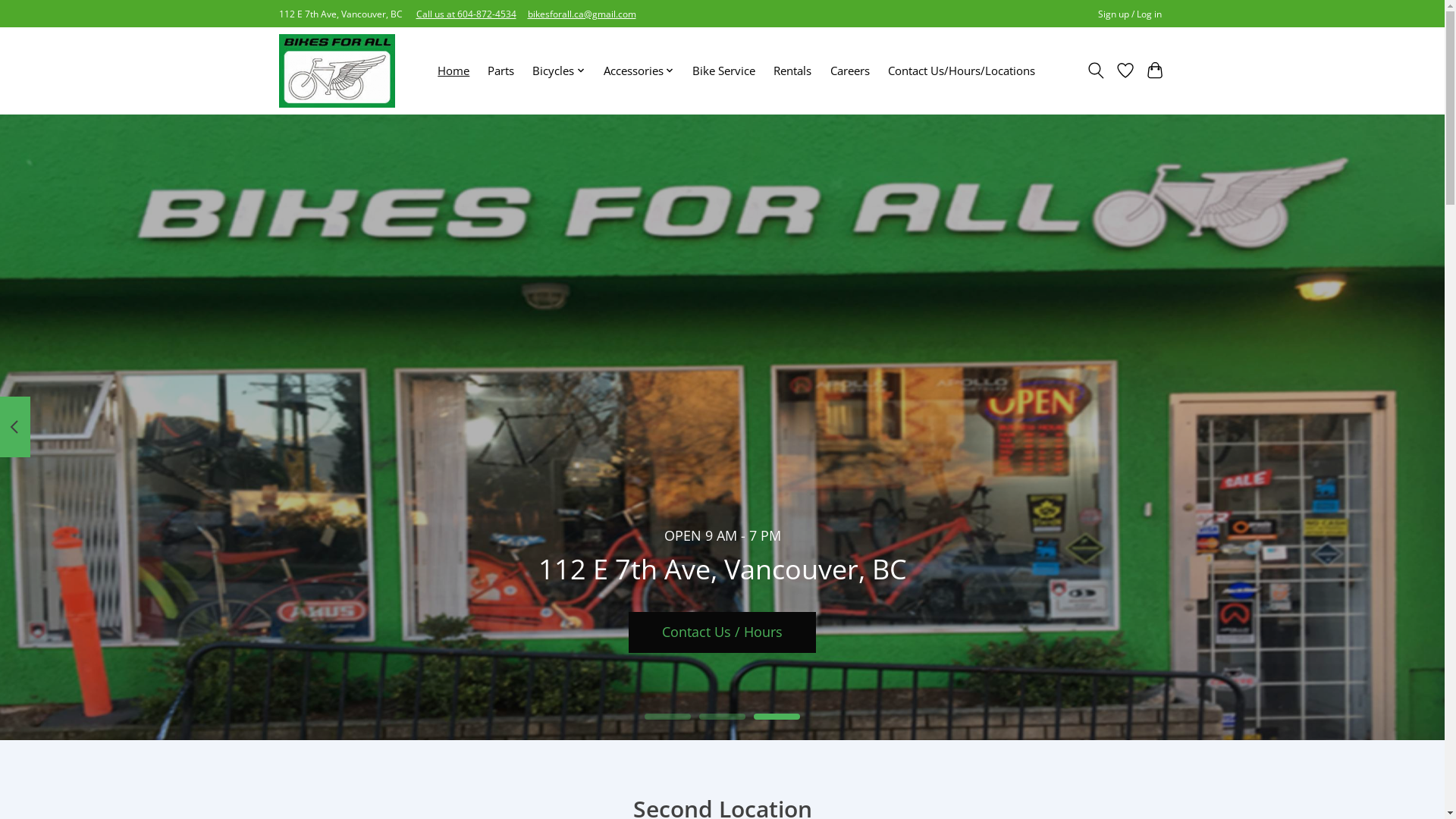  Describe the element at coordinates (581, 14) in the screenshot. I see `'bikesforall.ca@gmail.com'` at that location.